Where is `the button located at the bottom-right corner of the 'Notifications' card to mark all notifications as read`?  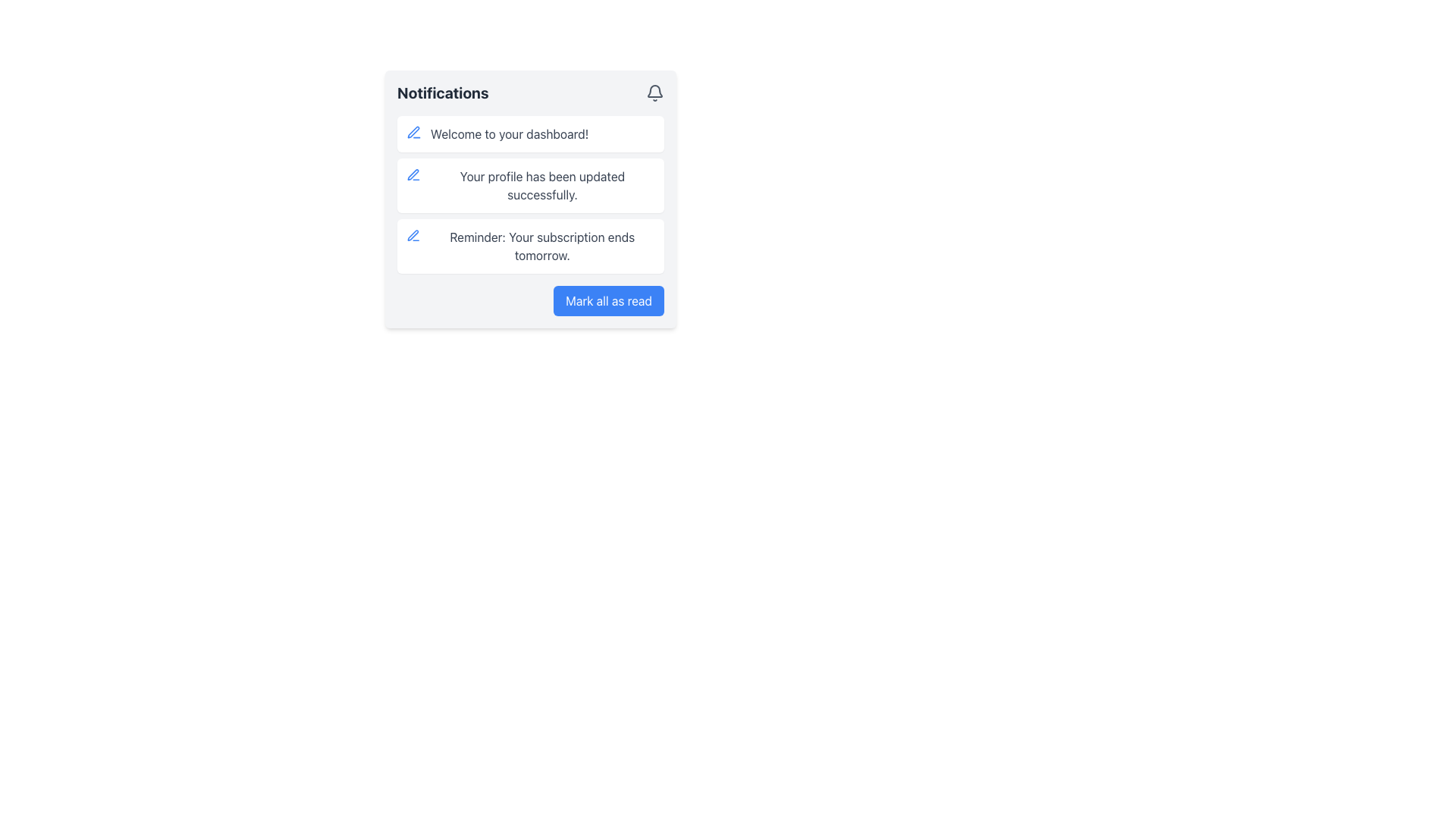
the button located at the bottom-right corner of the 'Notifications' card to mark all notifications as read is located at coordinates (531, 301).